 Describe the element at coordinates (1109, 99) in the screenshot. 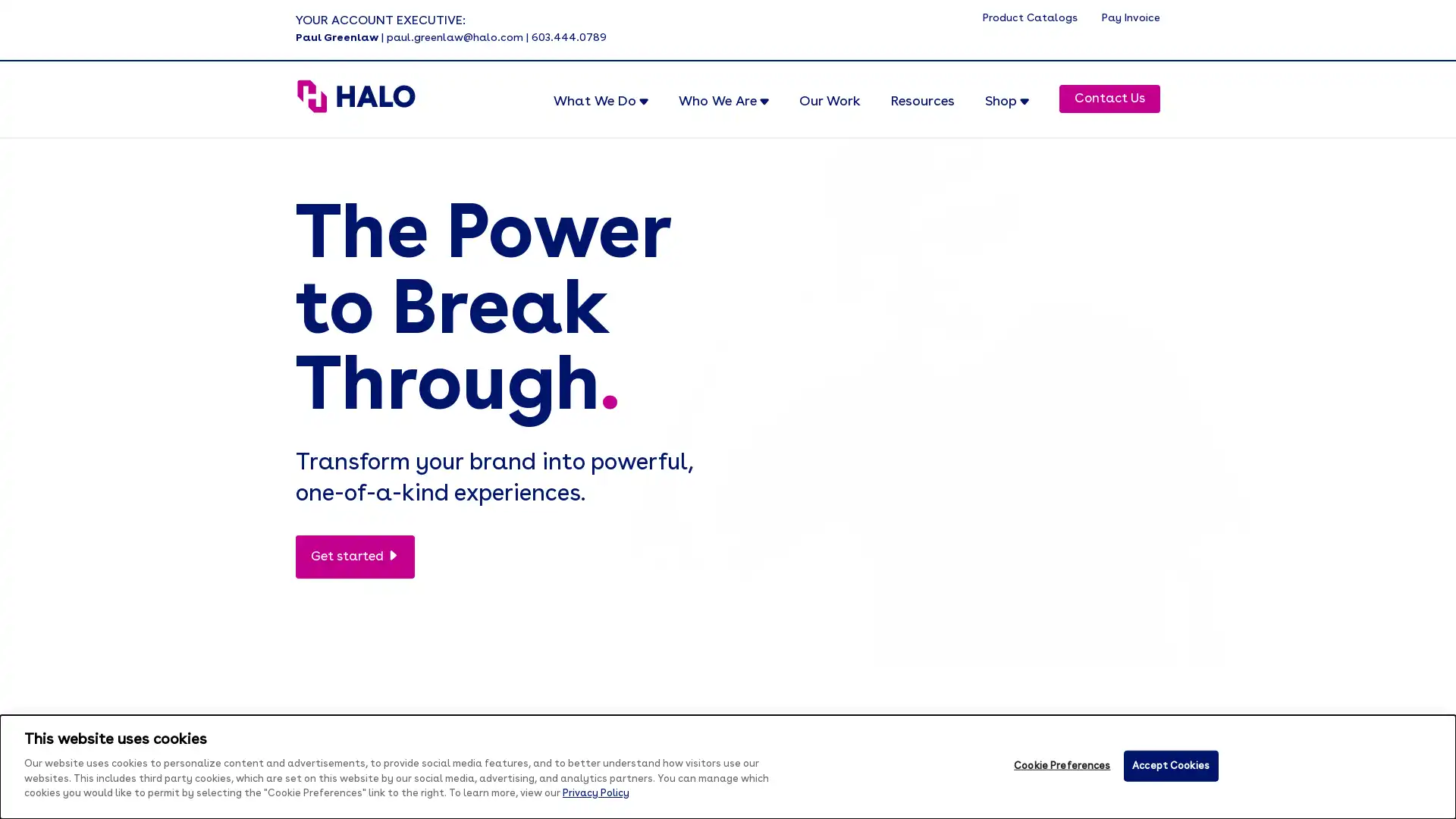

I see `Contact Us` at that location.